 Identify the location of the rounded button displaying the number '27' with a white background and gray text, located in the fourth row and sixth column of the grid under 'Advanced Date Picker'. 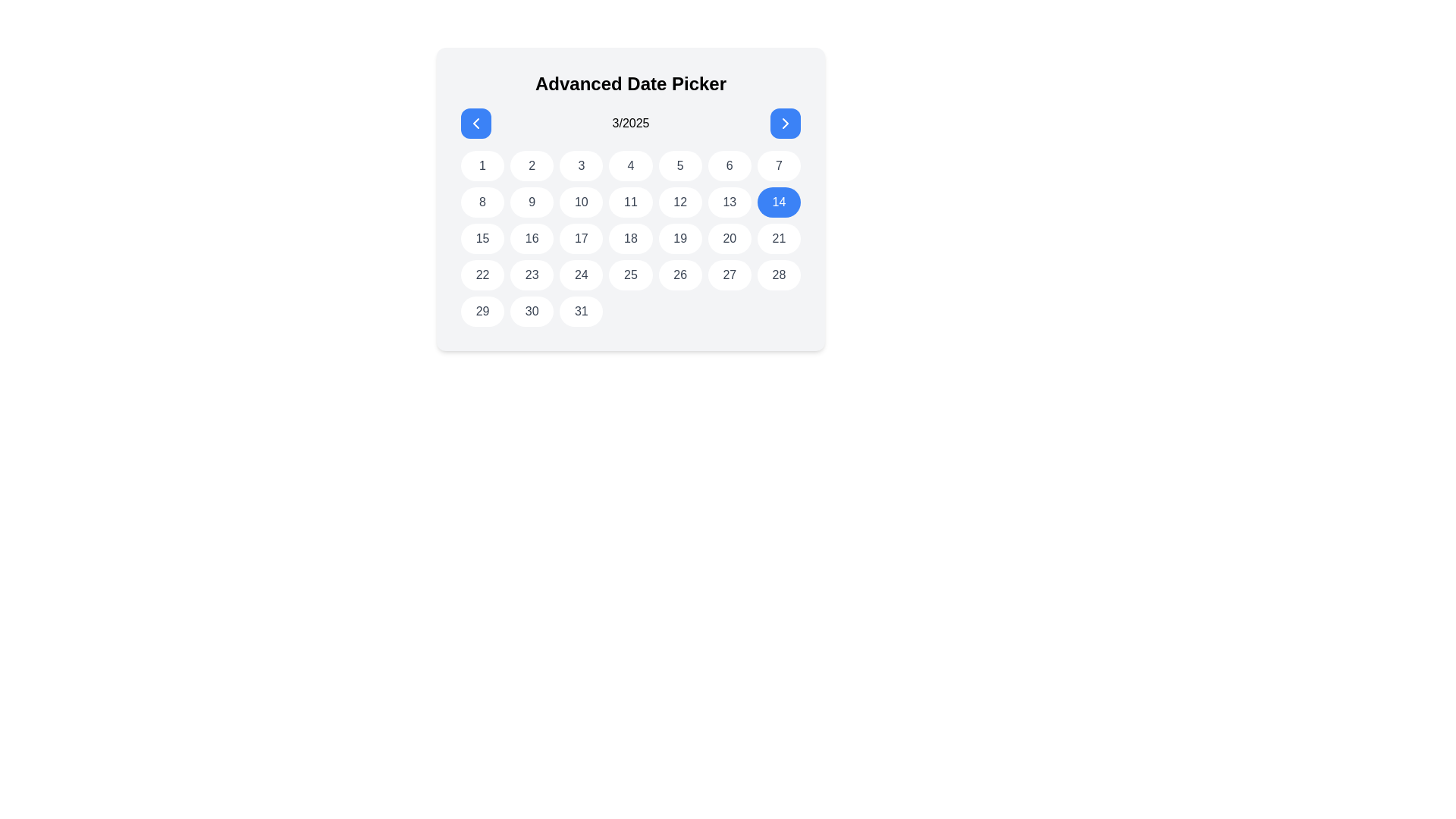
(730, 275).